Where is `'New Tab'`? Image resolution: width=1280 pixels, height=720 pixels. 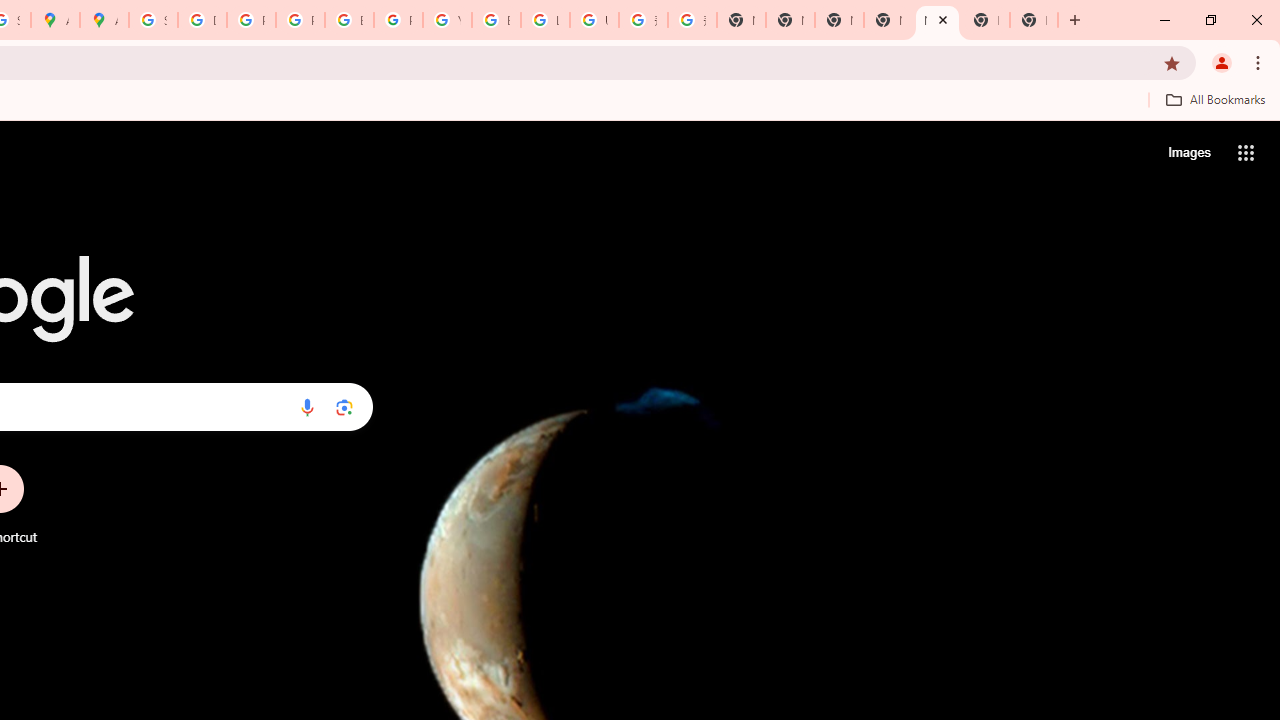 'New Tab' is located at coordinates (986, 20).